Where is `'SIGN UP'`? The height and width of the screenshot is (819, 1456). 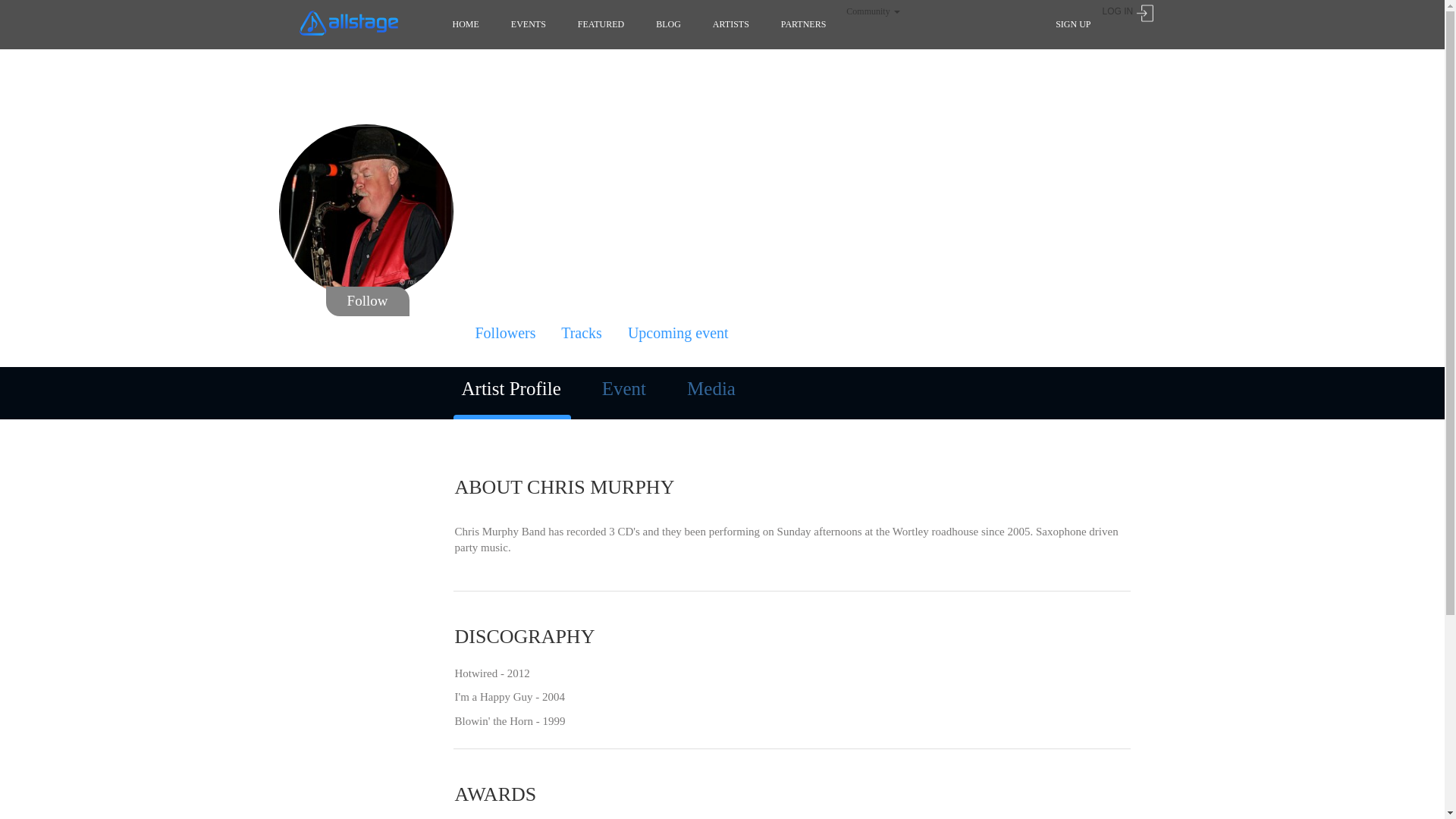
'SIGN UP' is located at coordinates (1072, 24).